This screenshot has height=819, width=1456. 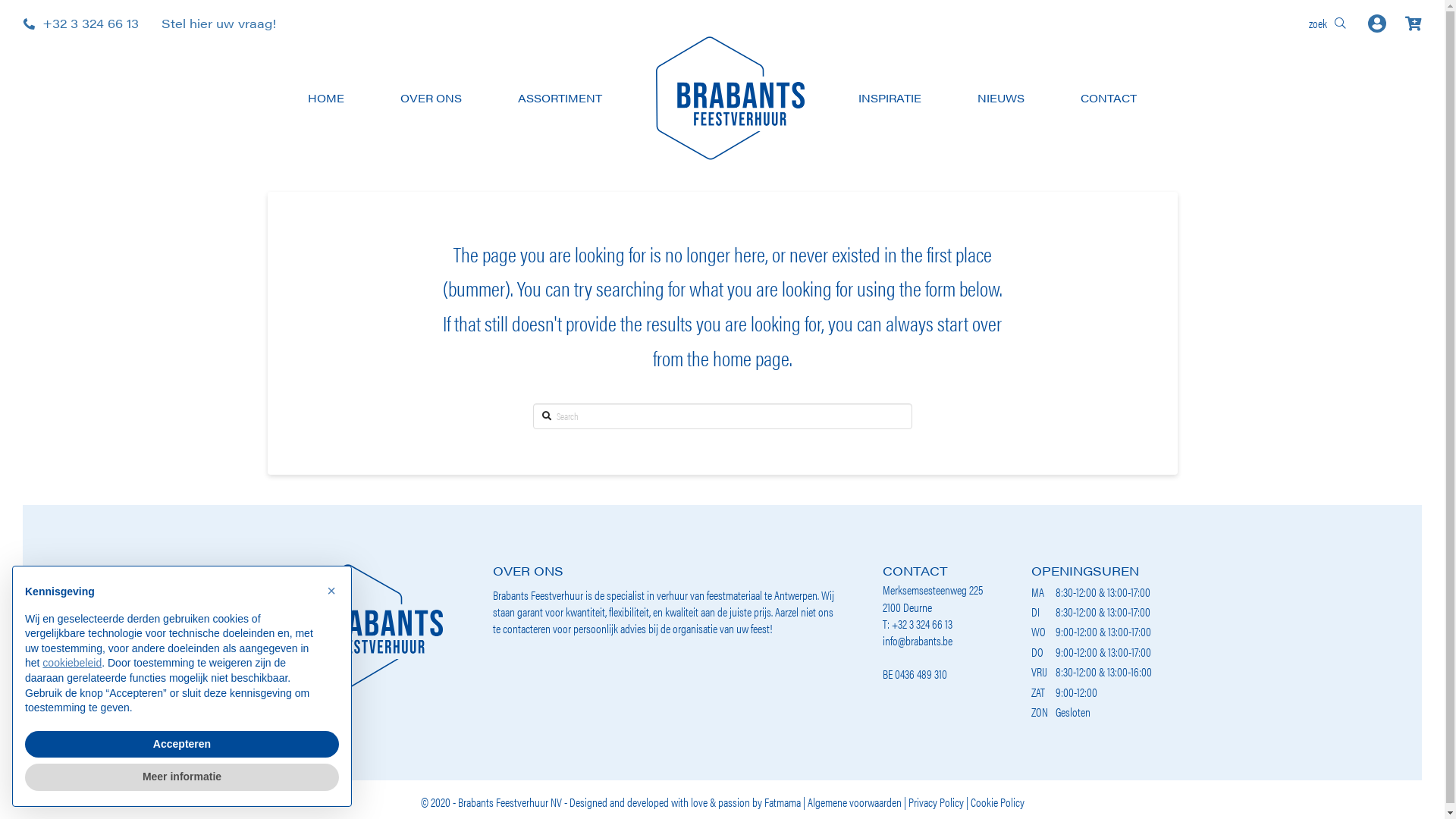 I want to click on '+32 3 324 66 13', so click(x=80, y=23).